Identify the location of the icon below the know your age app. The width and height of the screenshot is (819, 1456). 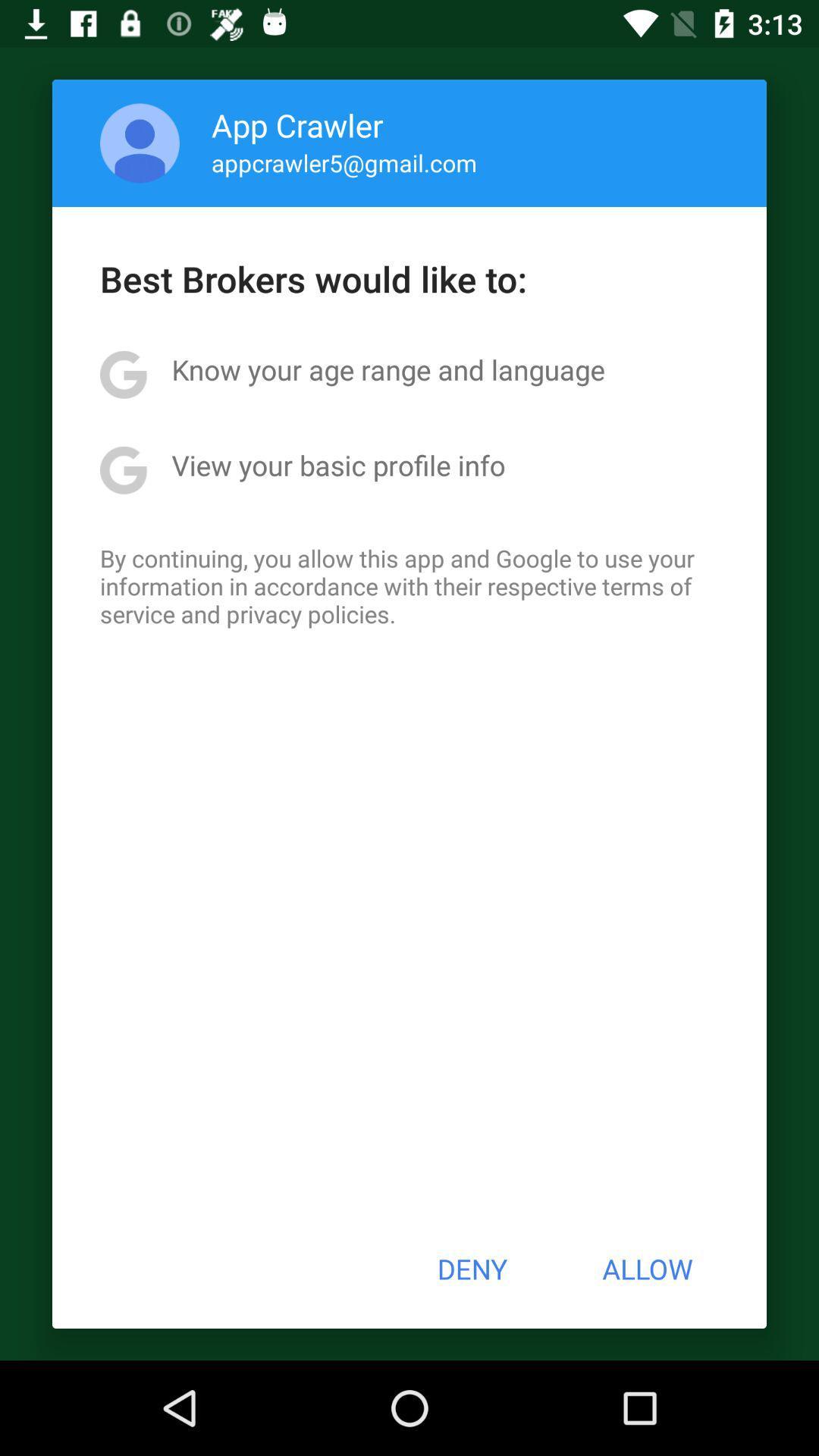
(337, 464).